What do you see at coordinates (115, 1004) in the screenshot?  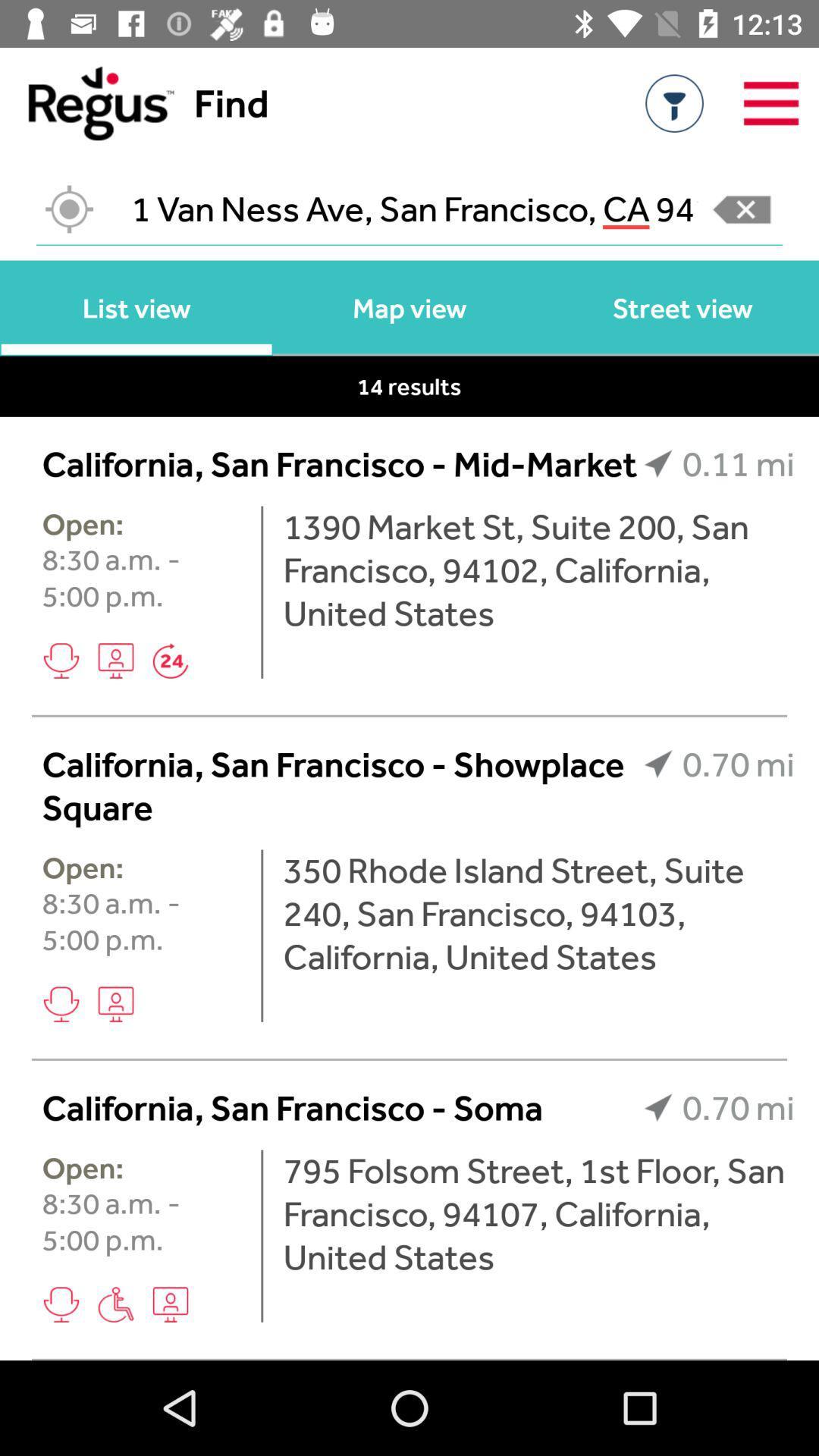 I see `the item below the 8 30 a item` at bounding box center [115, 1004].